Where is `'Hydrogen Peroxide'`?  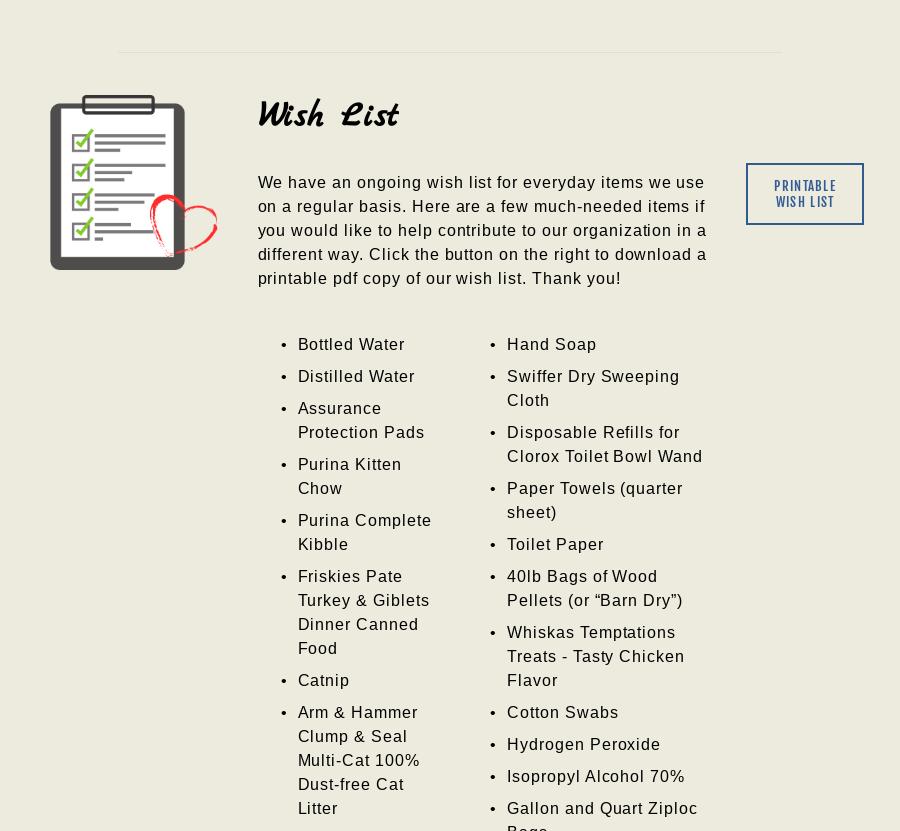 'Hydrogen Peroxide' is located at coordinates (583, 744).